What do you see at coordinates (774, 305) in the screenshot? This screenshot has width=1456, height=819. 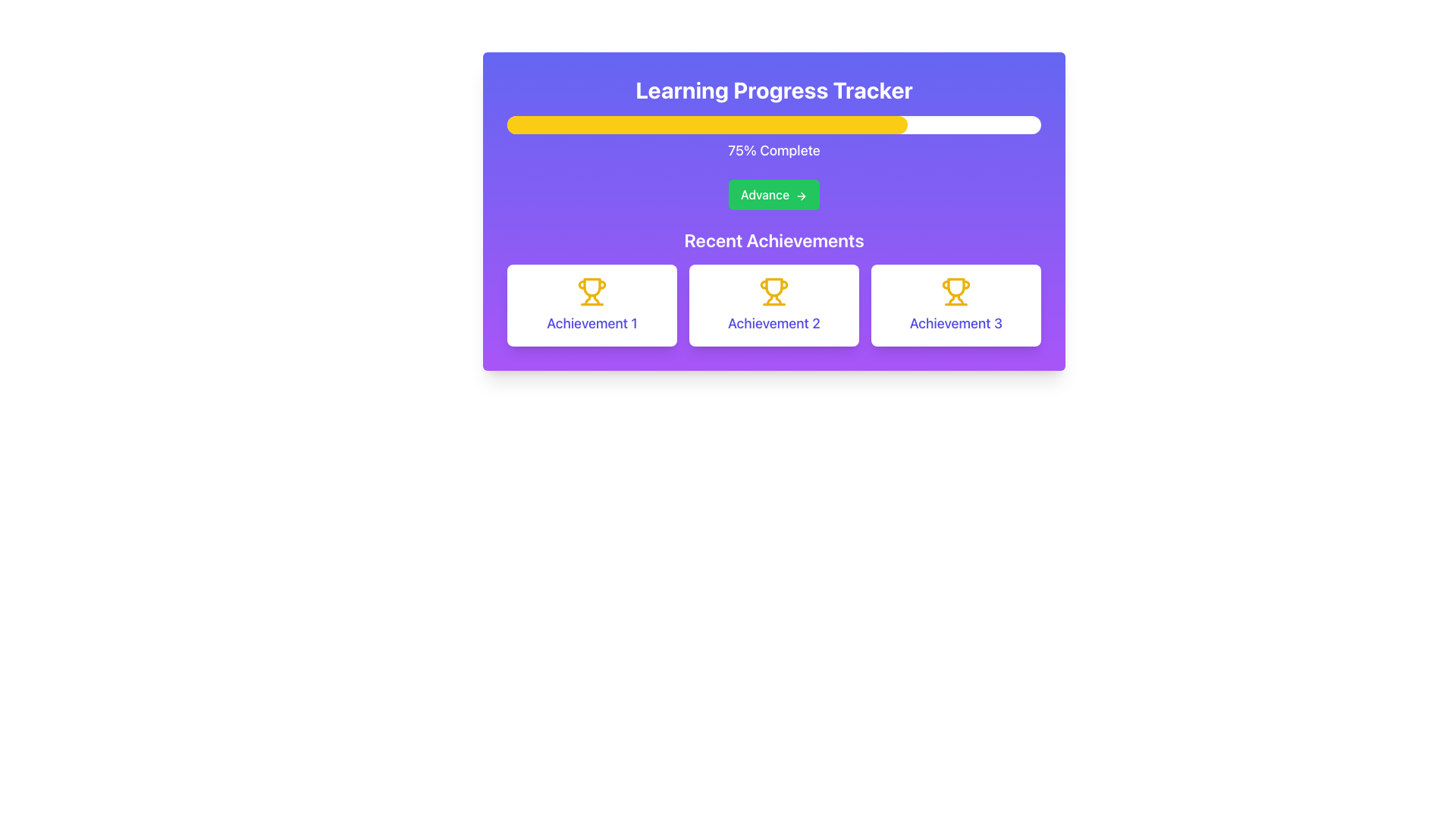 I see `the second static informational card displaying 'Achievement 2' with a yellow trophy icon in the 'Recent Achievements' section` at bounding box center [774, 305].